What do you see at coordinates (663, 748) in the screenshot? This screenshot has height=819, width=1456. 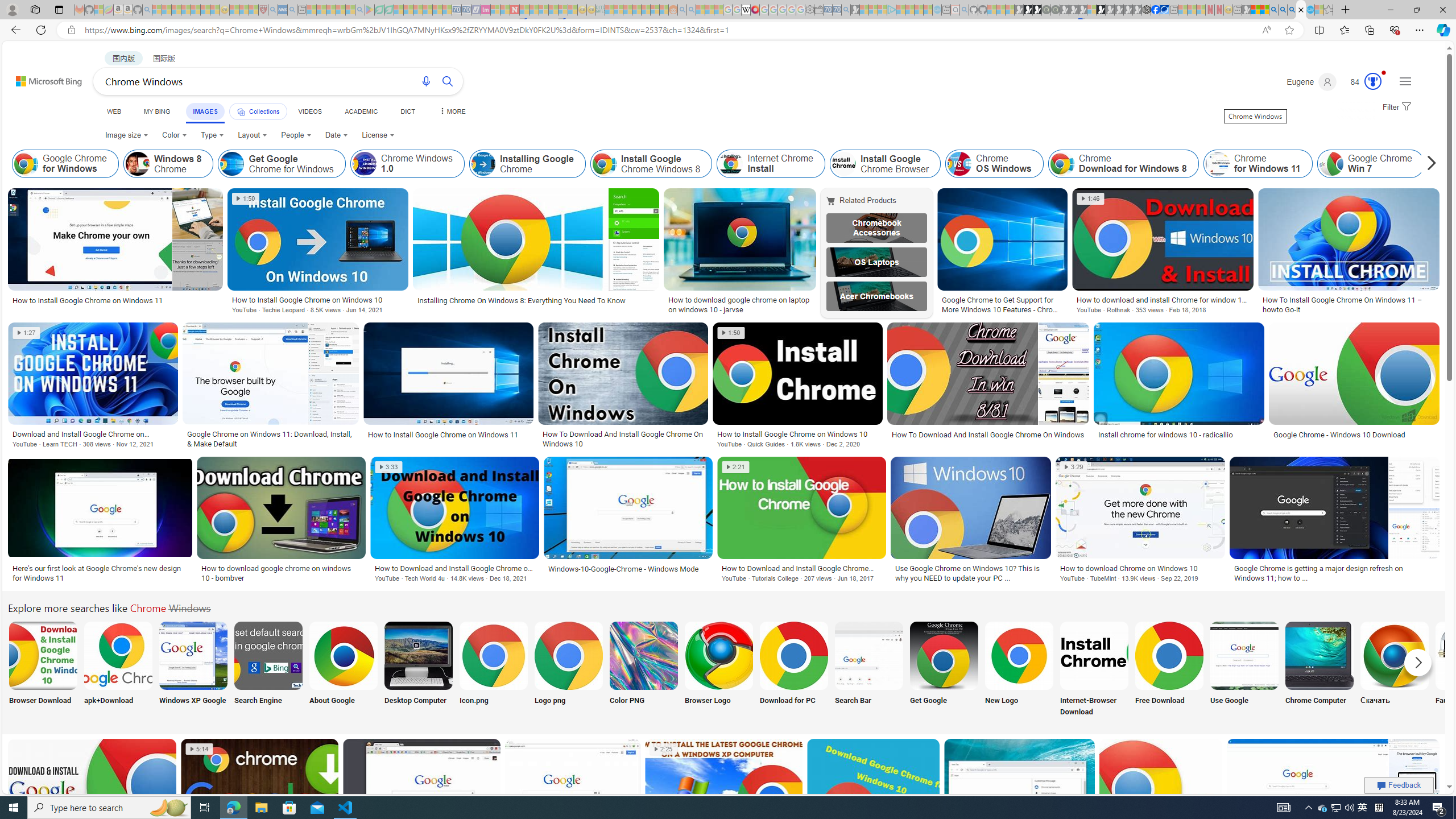 I see `'2:25'` at bounding box center [663, 748].